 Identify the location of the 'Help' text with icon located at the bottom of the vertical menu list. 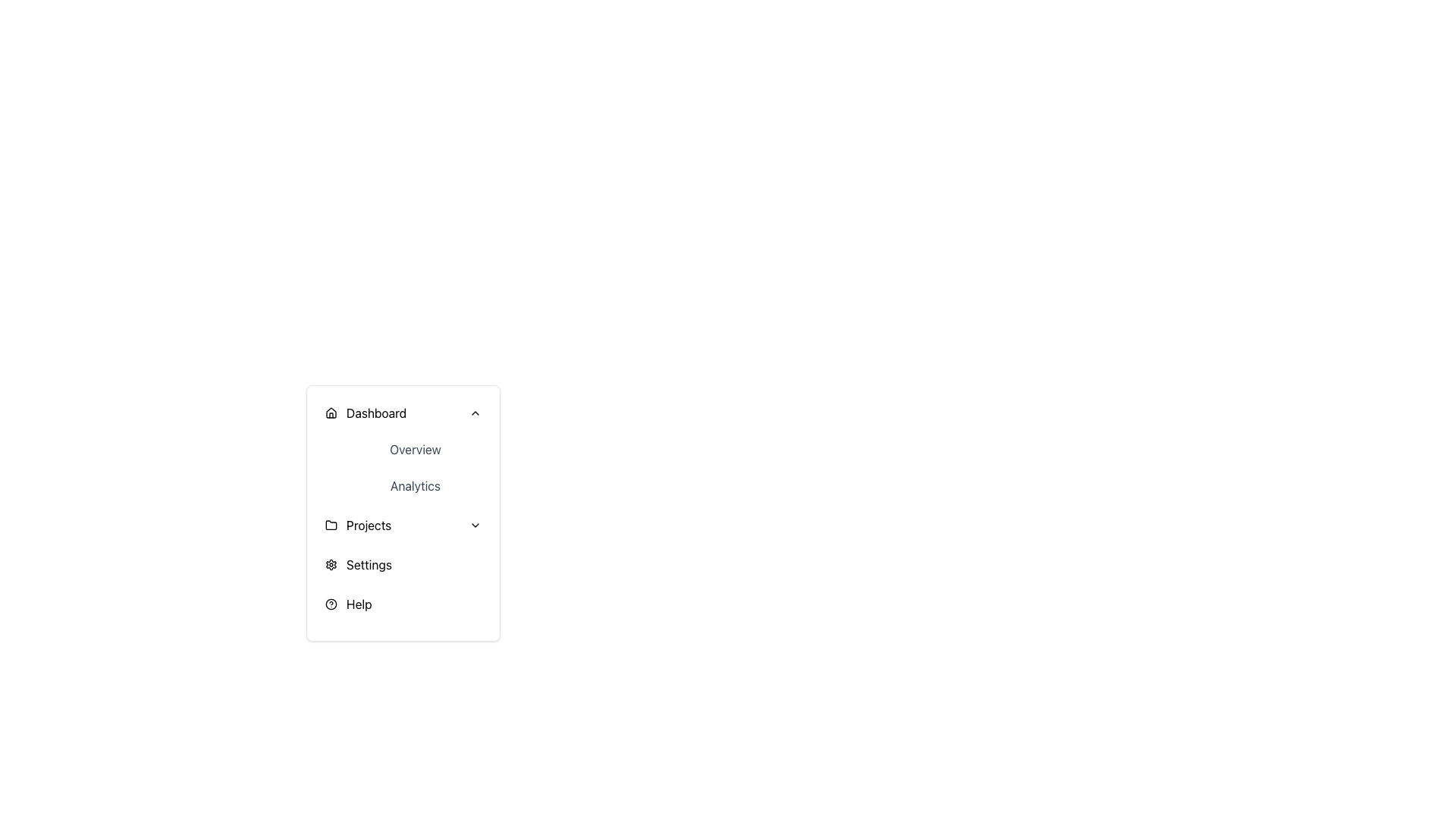
(347, 604).